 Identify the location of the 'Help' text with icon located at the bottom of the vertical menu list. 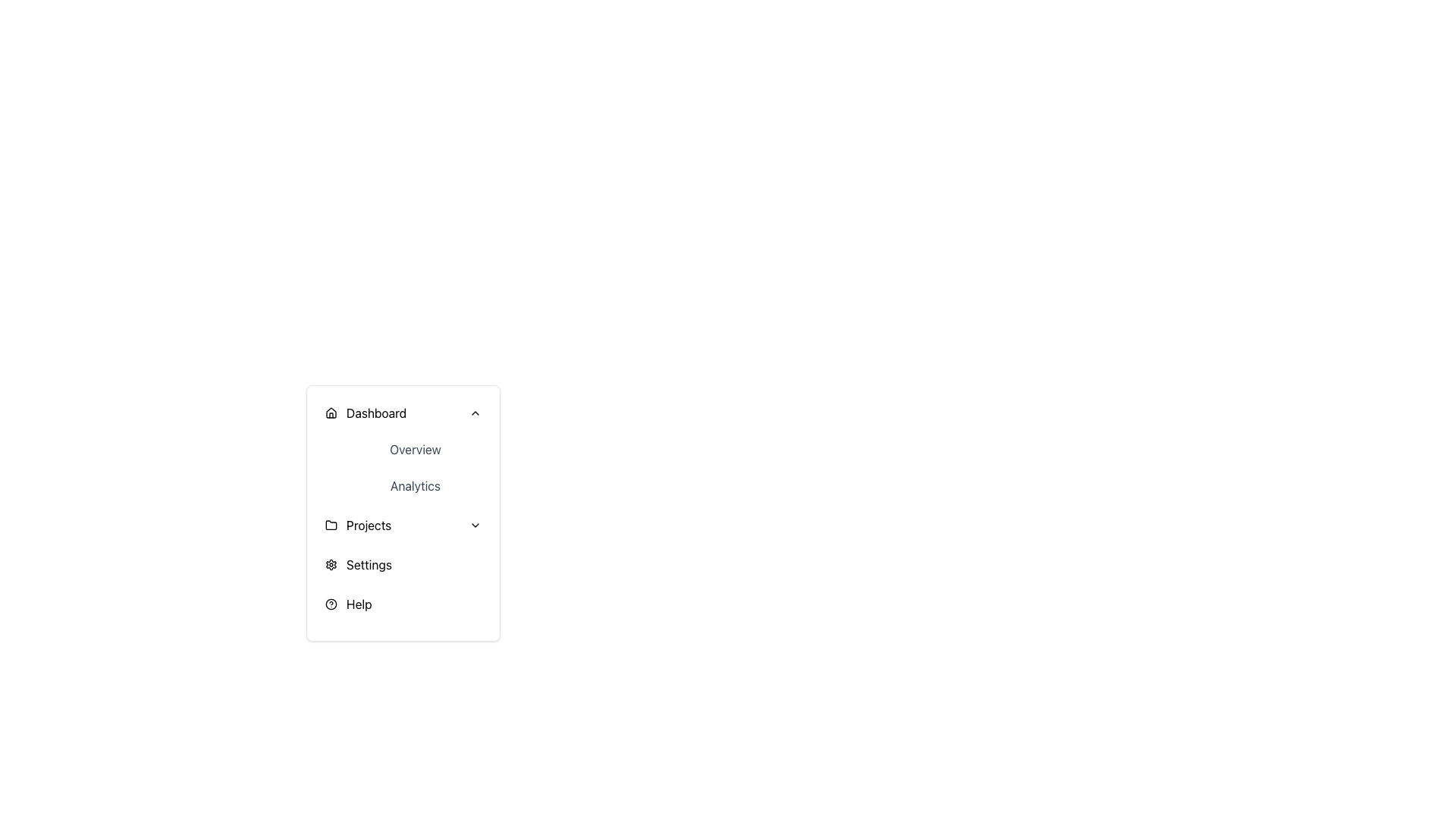
(347, 604).